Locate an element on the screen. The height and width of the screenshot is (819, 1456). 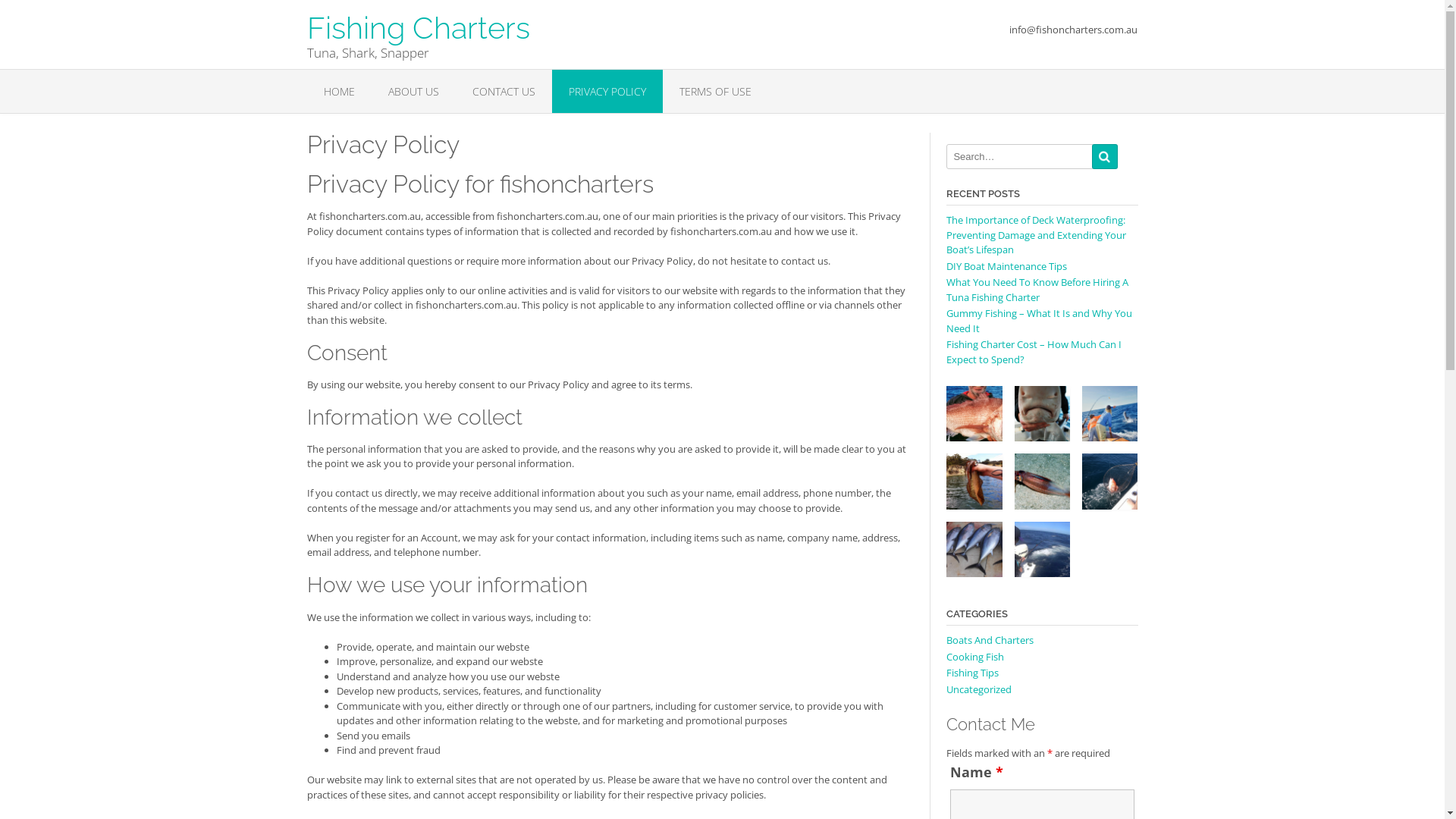
'DIY Boat Maintenance Tips' is located at coordinates (946, 265).